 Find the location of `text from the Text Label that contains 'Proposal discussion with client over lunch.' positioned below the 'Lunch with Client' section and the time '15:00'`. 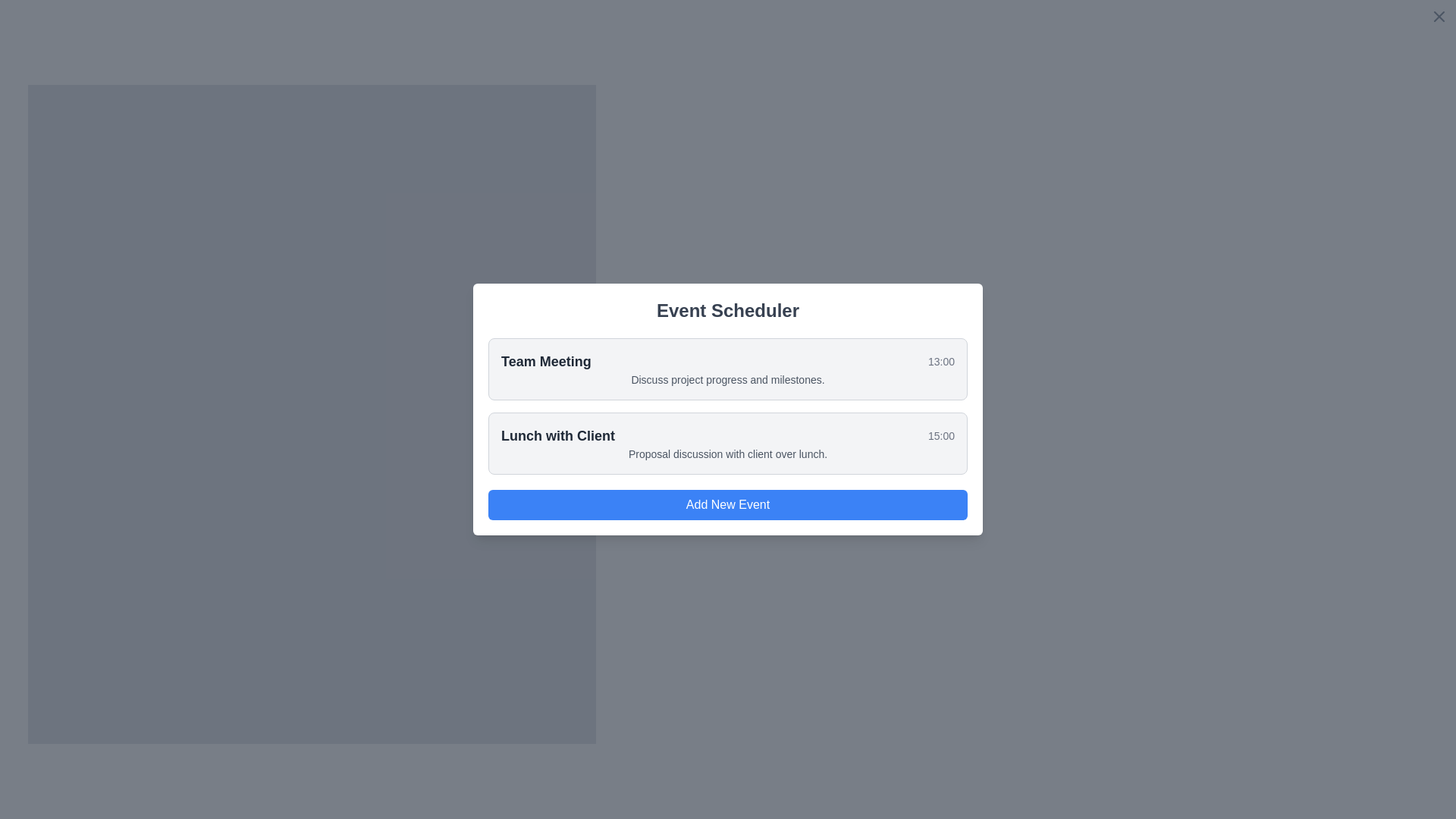

text from the Text Label that contains 'Proposal discussion with client over lunch.' positioned below the 'Lunch with Client' section and the time '15:00' is located at coordinates (728, 453).